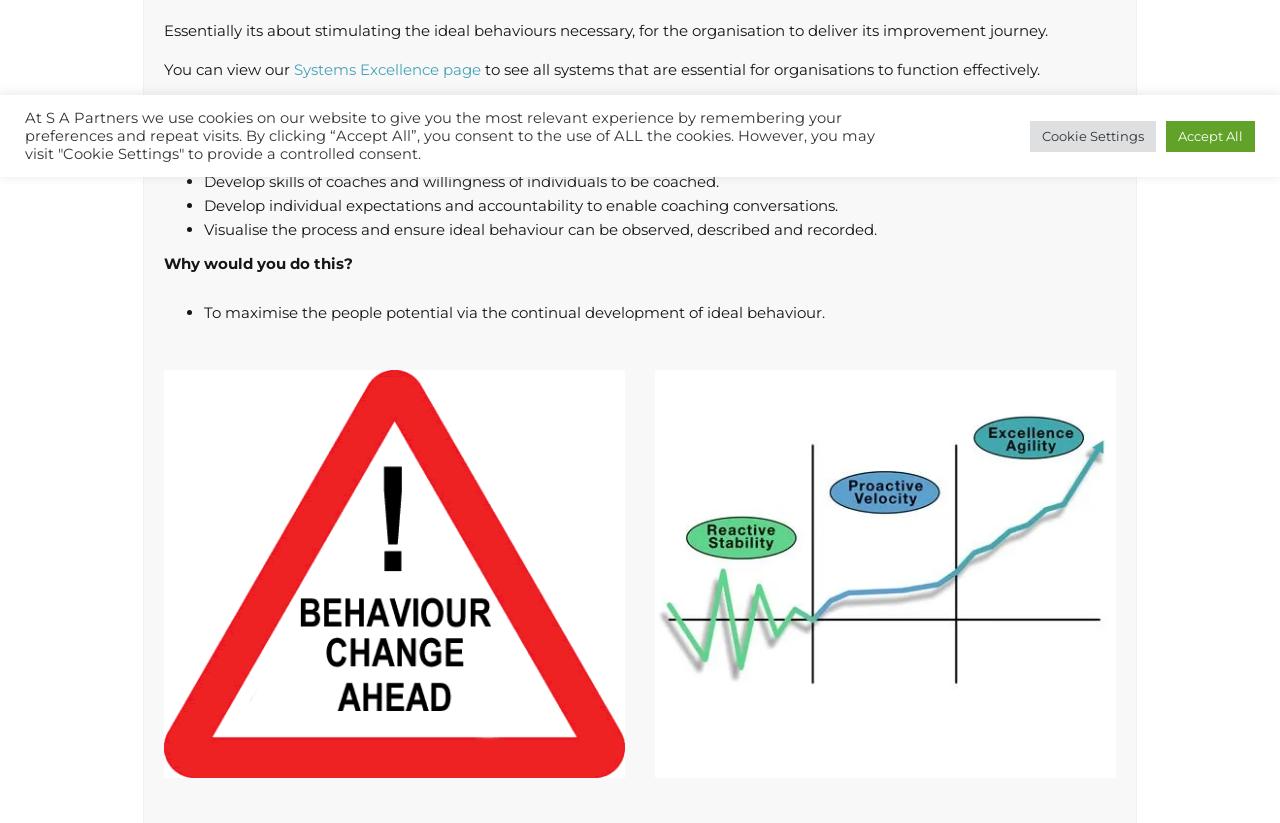  Describe the element at coordinates (163, 263) in the screenshot. I see `'Why would you do this?'` at that location.